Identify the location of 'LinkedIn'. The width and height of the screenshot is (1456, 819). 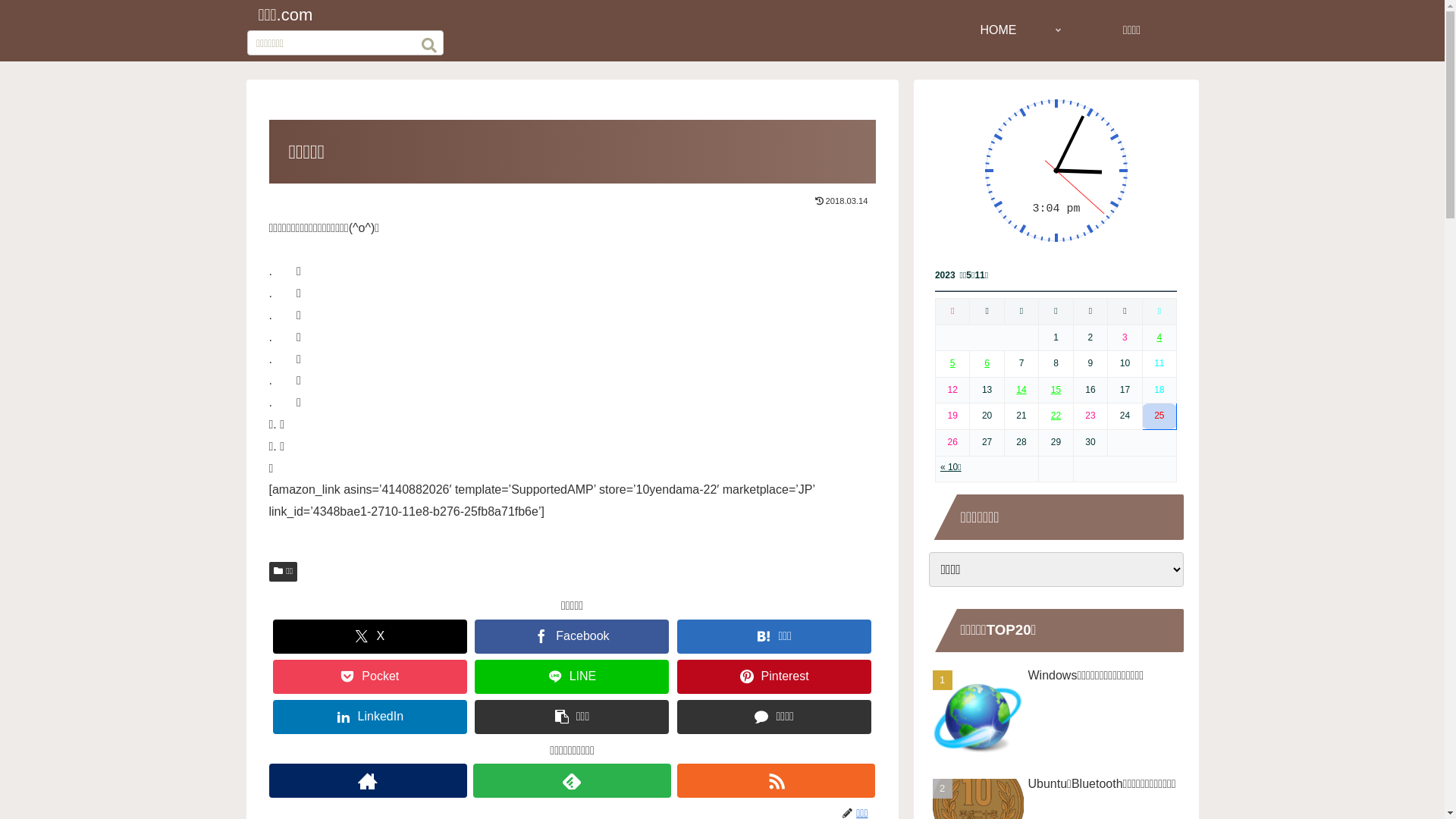
(370, 717).